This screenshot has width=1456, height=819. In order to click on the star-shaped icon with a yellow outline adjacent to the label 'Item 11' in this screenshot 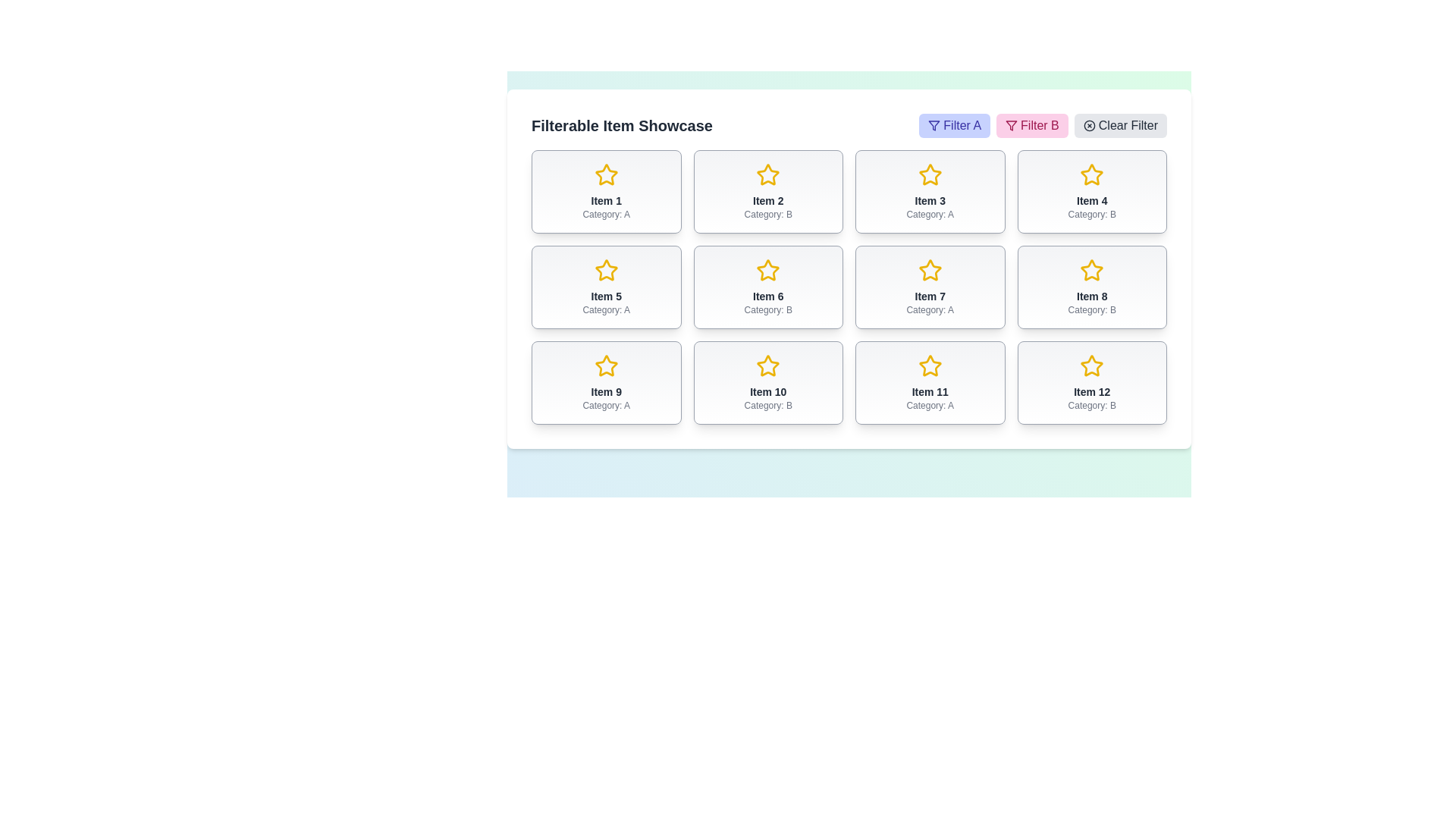, I will do `click(929, 366)`.